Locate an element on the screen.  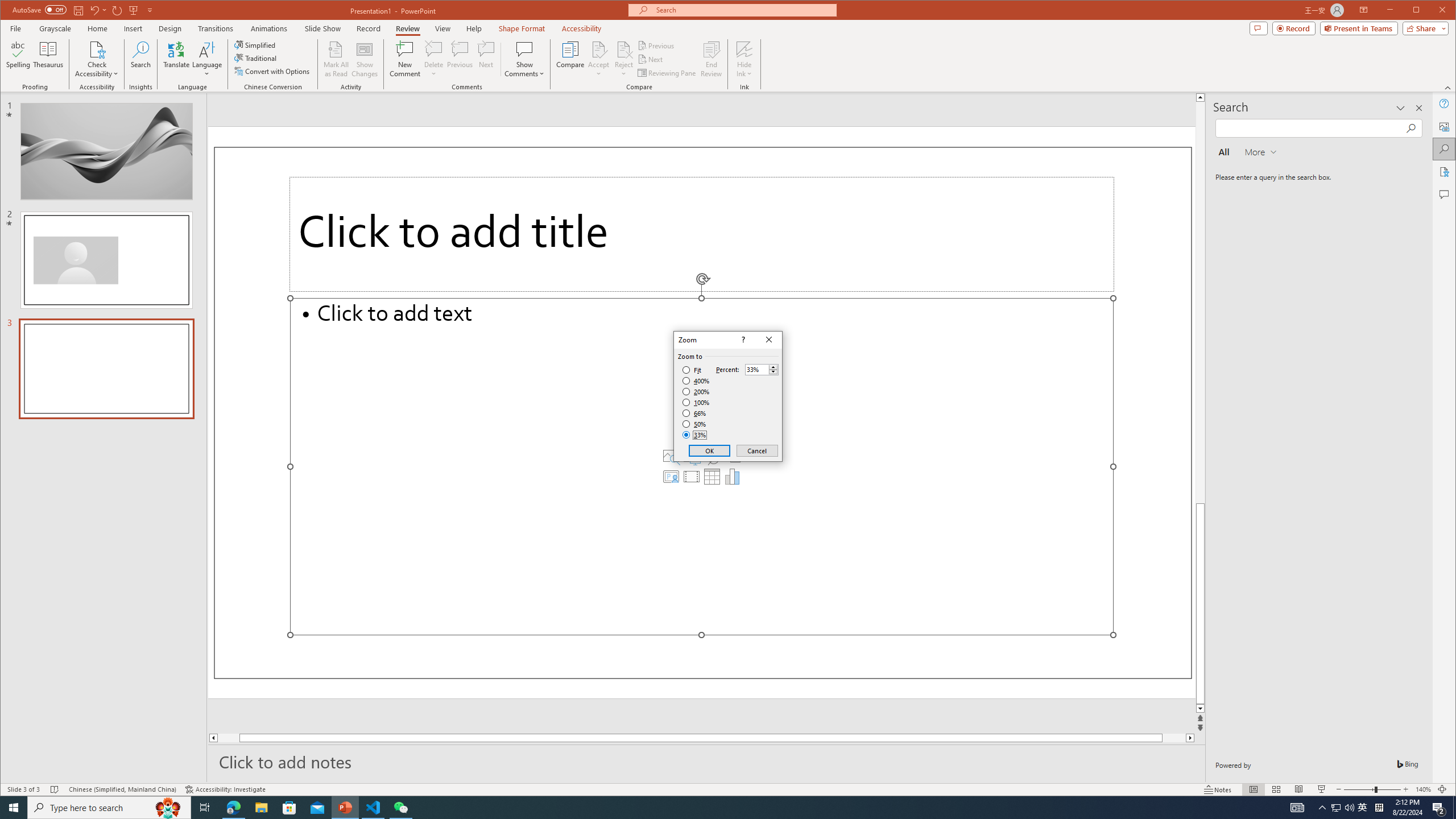
'Previous' is located at coordinates (656, 45).